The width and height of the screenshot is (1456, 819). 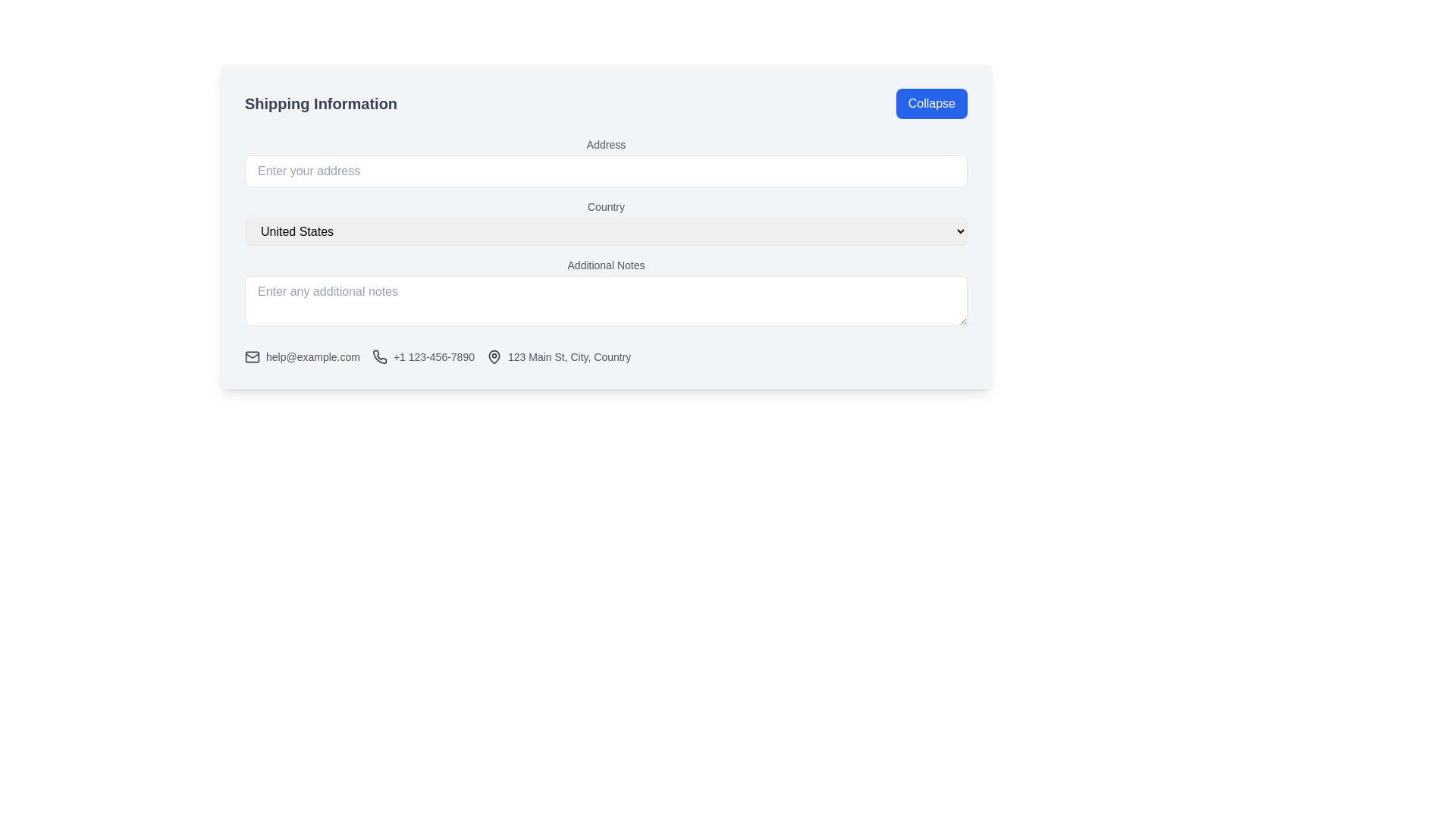 I want to click on the label that indicates the expected data for the adjacent input field, which is located above the input field with the placeholder 'Enter your address', so click(x=605, y=145).